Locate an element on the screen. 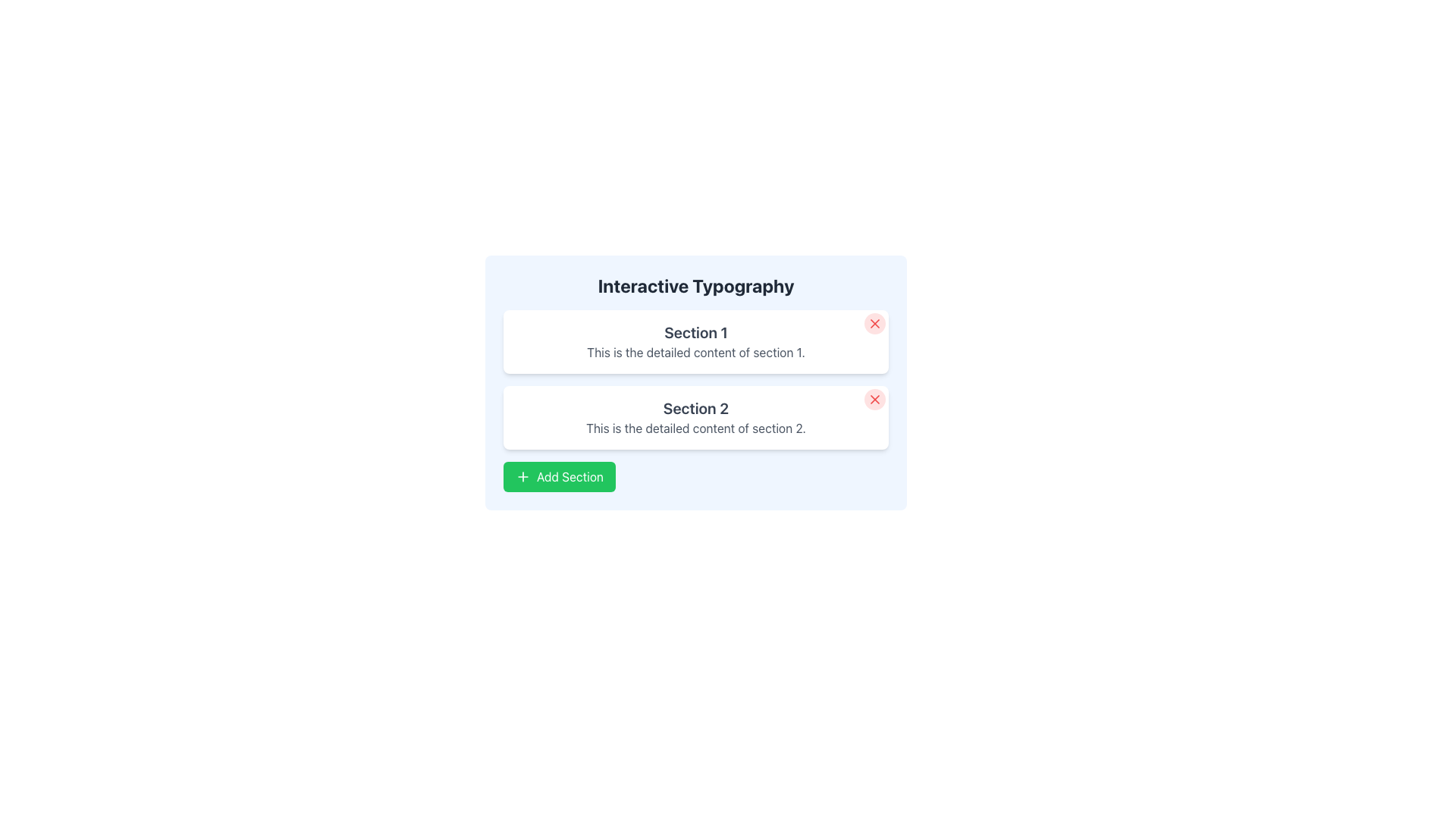 This screenshot has height=819, width=1456. the SVG graphical component representing the 'close' action, which is part of the close button for the second section of the interface is located at coordinates (874, 399).